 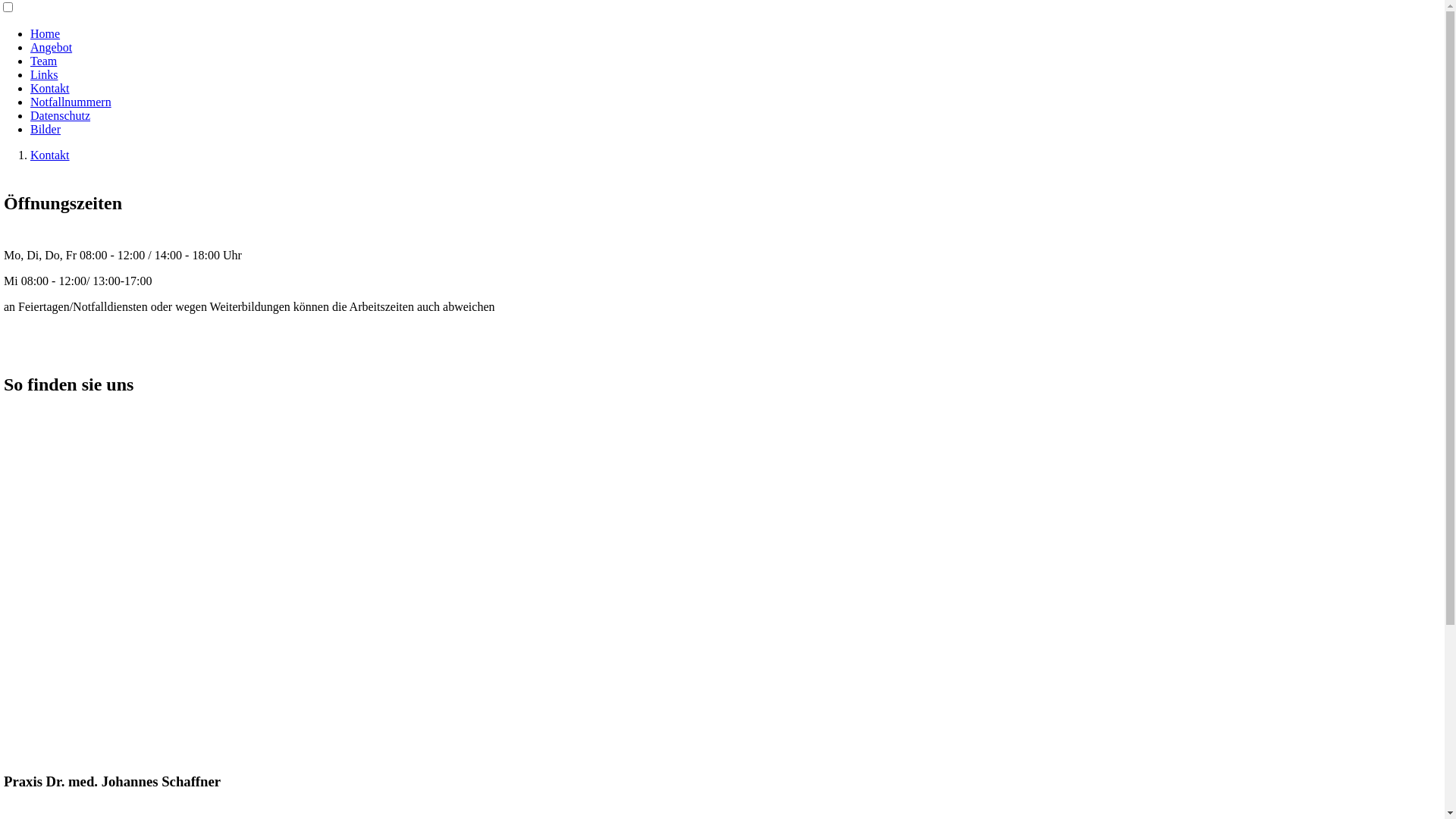 What do you see at coordinates (43, 60) in the screenshot?
I see `'Team'` at bounding box center [43, 60].